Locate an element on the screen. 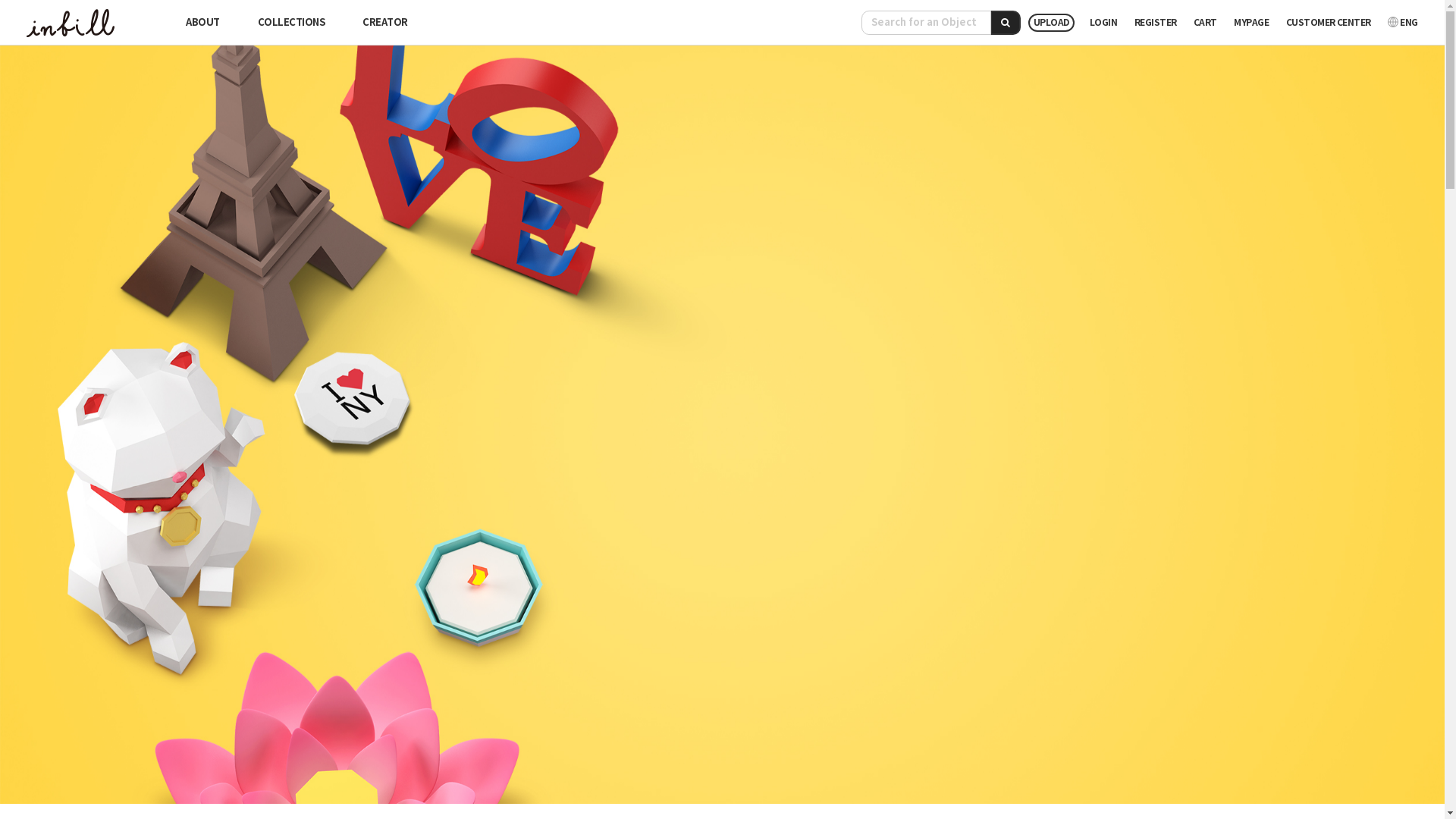 Image resolution: width=1456 pixels, height=819 pixels. 'UPLOAD' is located at coordinates (1050, 23).